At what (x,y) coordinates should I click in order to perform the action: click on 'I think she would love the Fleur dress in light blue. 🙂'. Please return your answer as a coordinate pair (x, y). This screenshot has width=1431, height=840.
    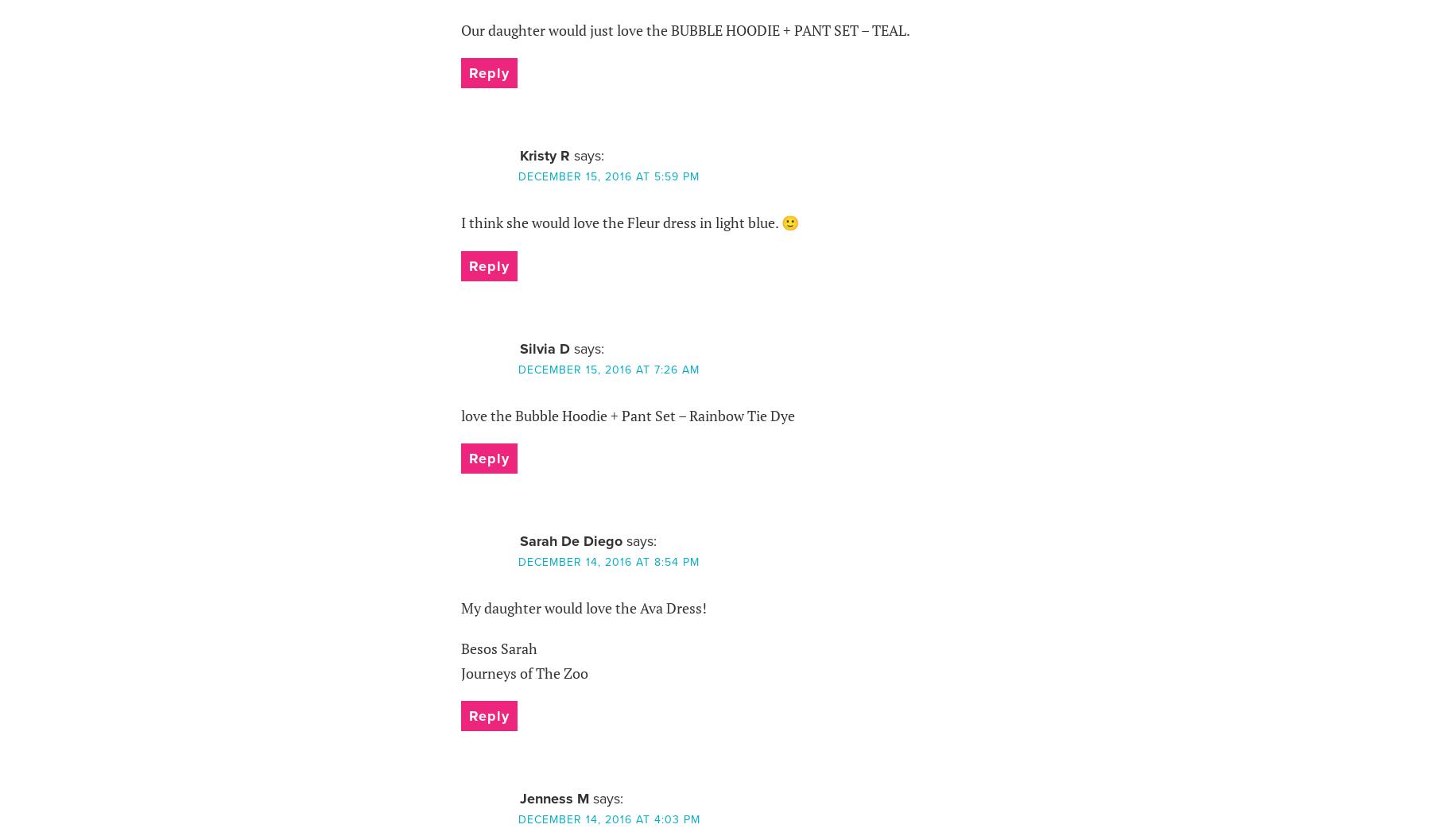
    Looking at the image, I should click on (629, 221).